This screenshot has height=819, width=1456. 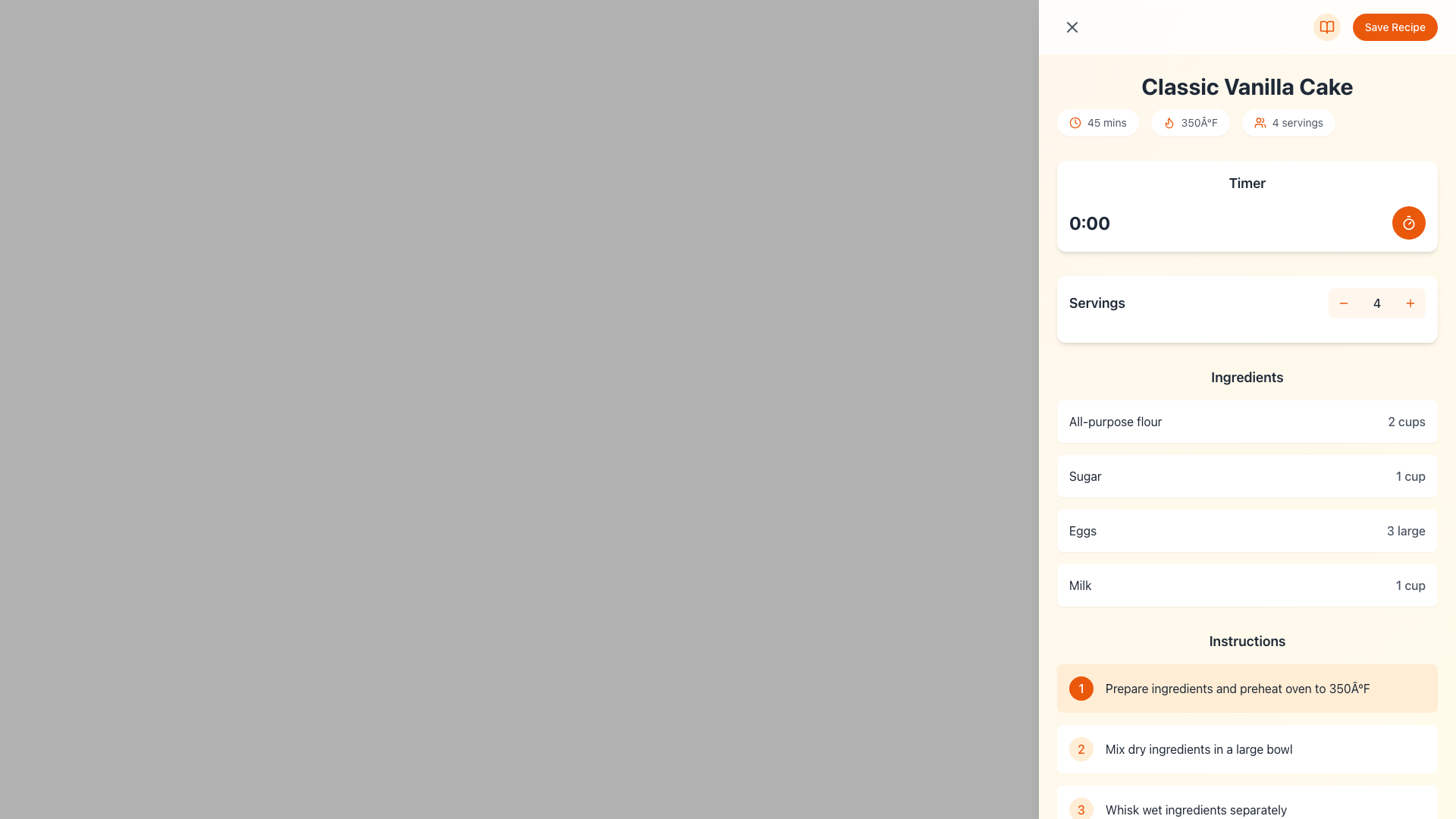 What do you see at coordinates (1072, 27) in the screenshot?
I see `the close button located at the top-left corner of the 'Save Recipe' section to change its background` at bounding box center [1072, 27].